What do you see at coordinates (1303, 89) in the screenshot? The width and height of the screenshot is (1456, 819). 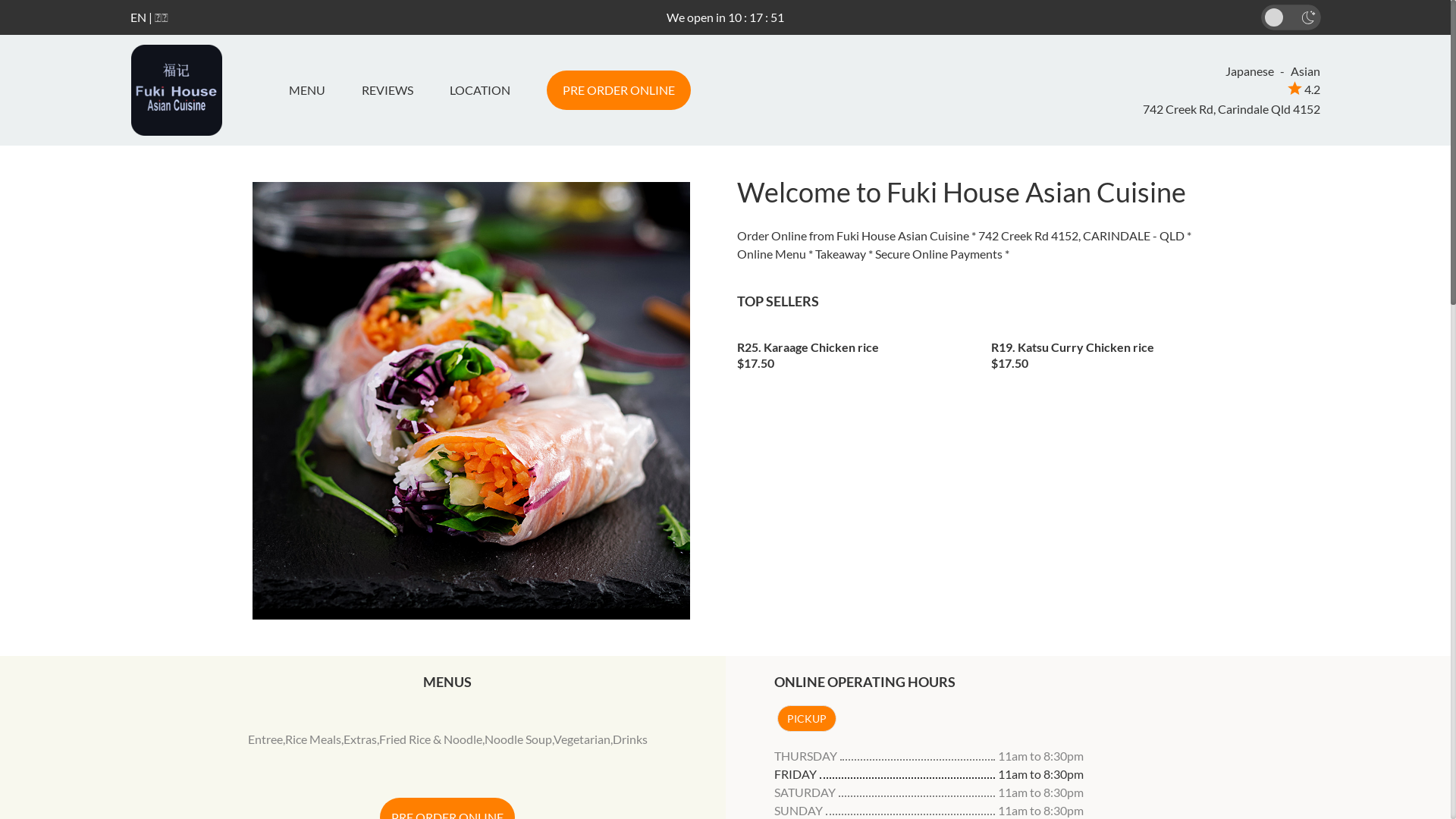 I see `'4.2'` at bounding box center [1303, 89].